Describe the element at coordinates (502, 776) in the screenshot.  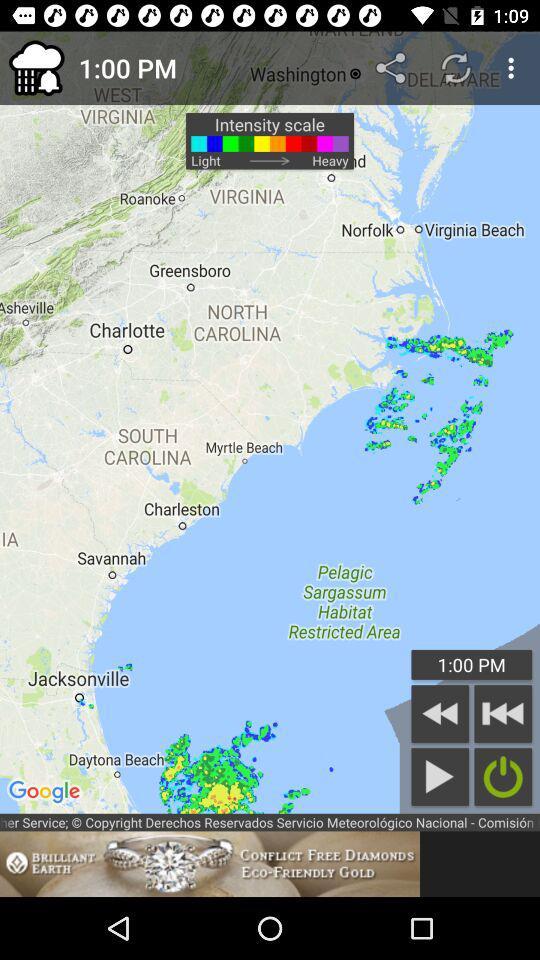
I see `the power icon` at that location.